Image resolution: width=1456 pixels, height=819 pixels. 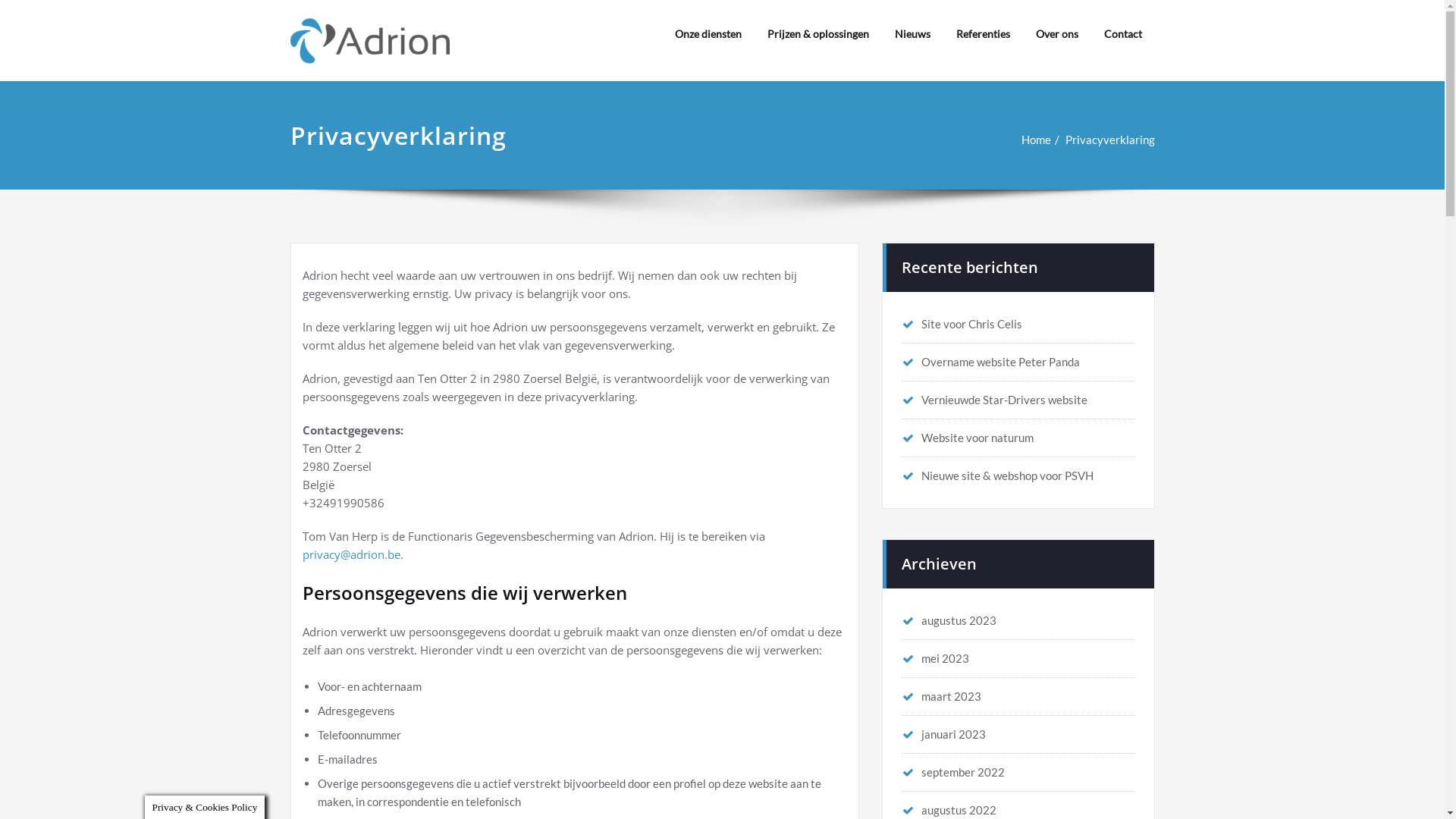 What do you see at coordinates (990, 362) in the screenshot?
I see `'Overname website Peter Panda'` at bounding box center [990, 362].